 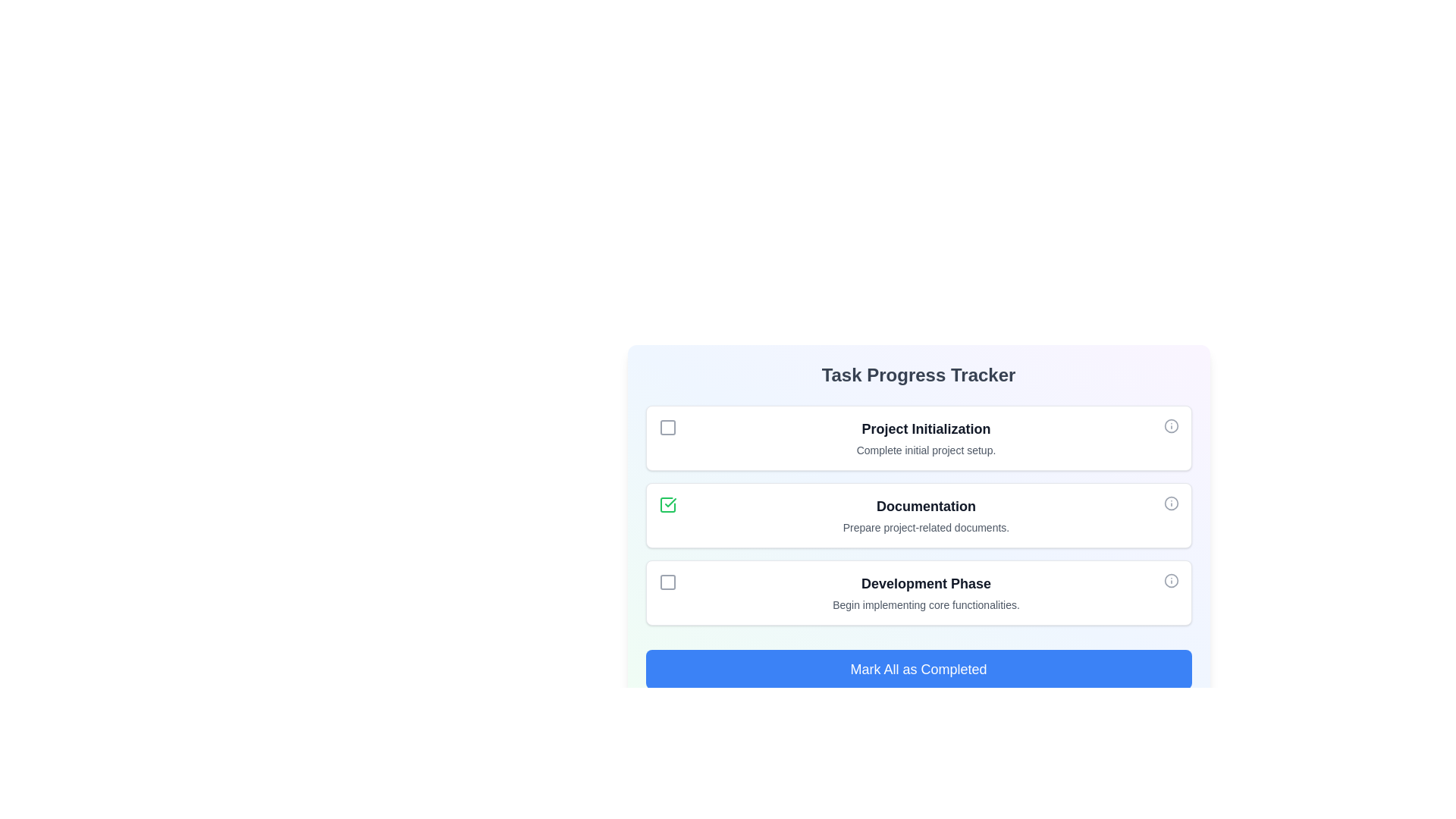 What do you see at coordinates (667, 505) in the screenshot?
I see `the completed state checkbox with a green outline and checkmark in the 'Documentation' section of the task progress tracker` at bounding box center [667, 505].